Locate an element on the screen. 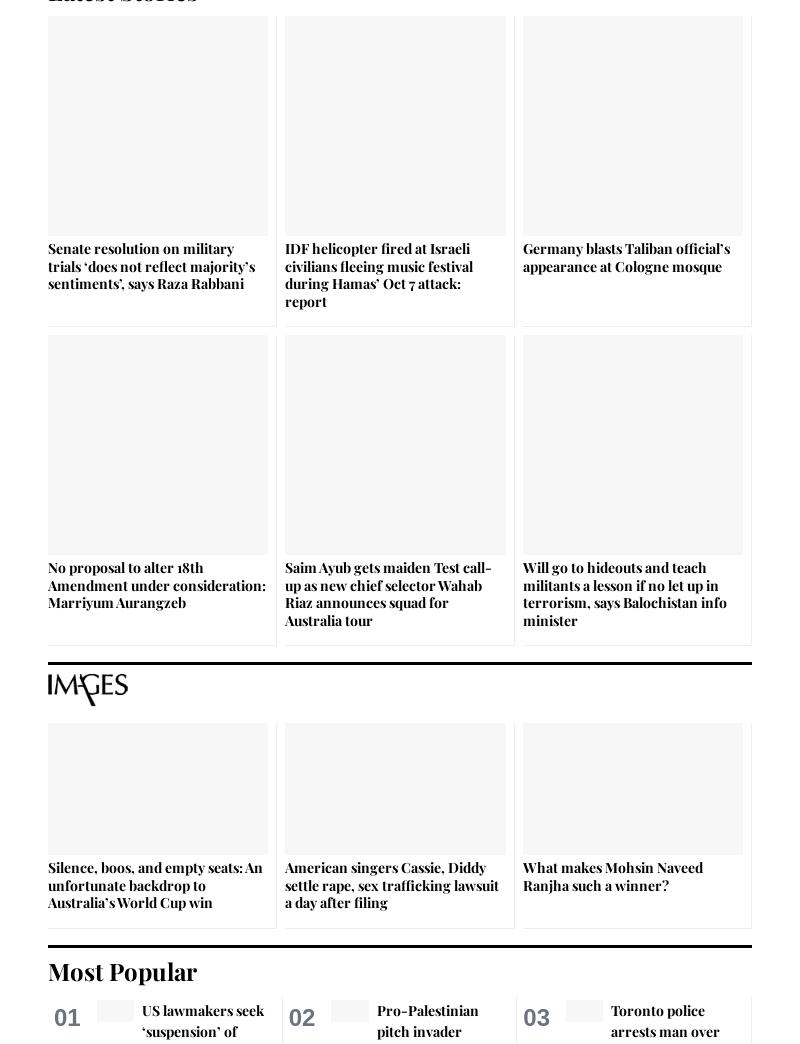 Image resolution: width=800 pixels, height=1044 pixels. 'American singers Cassie, Diddy settle rape, sex trafficking lawsuit a day after filing' is located at coordinates (391, 884).